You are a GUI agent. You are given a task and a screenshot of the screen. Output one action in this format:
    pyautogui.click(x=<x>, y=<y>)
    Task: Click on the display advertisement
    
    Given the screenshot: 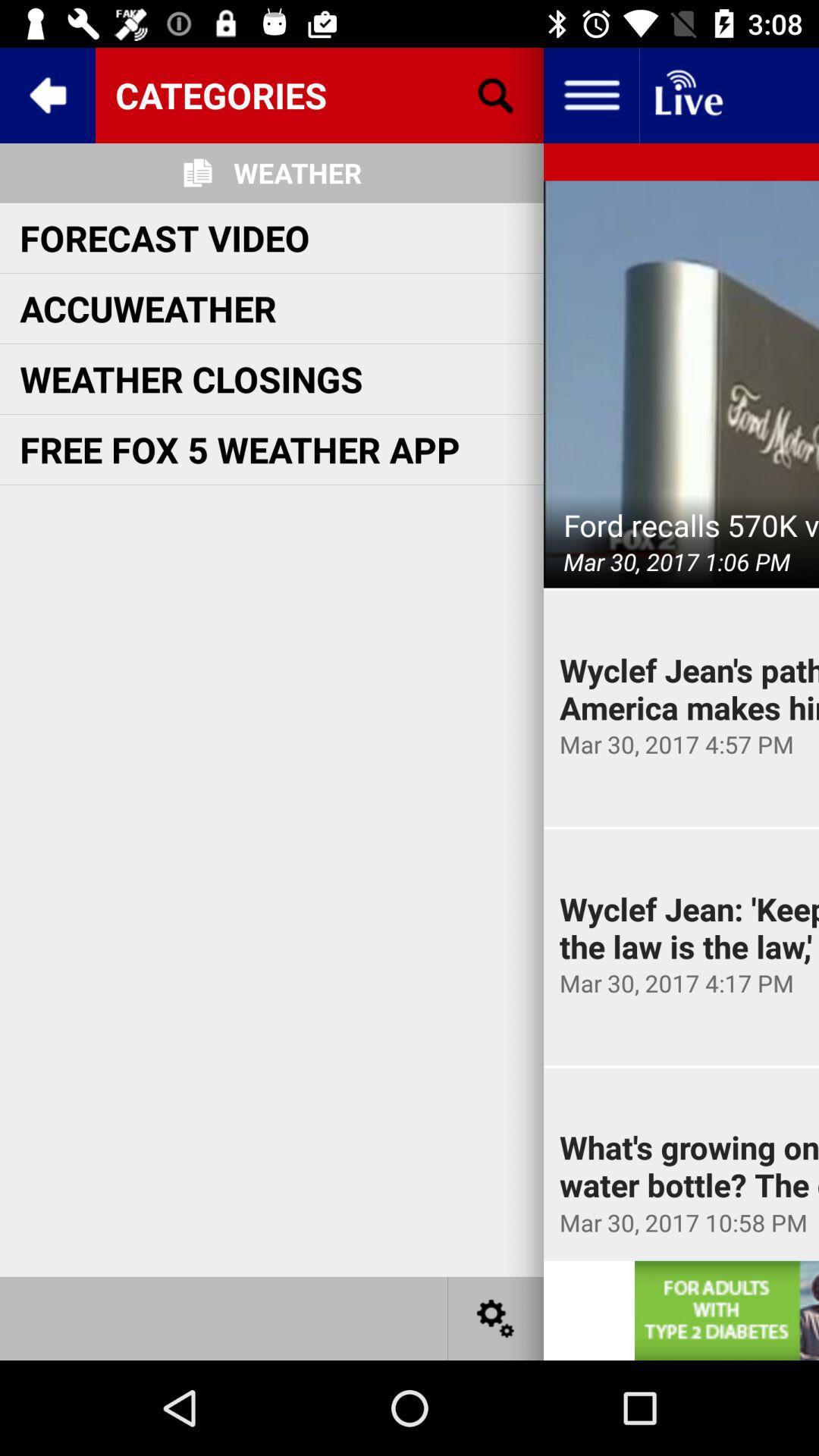 What is the action you would take?
    pyautogui.click(x=726, y=1310)
    